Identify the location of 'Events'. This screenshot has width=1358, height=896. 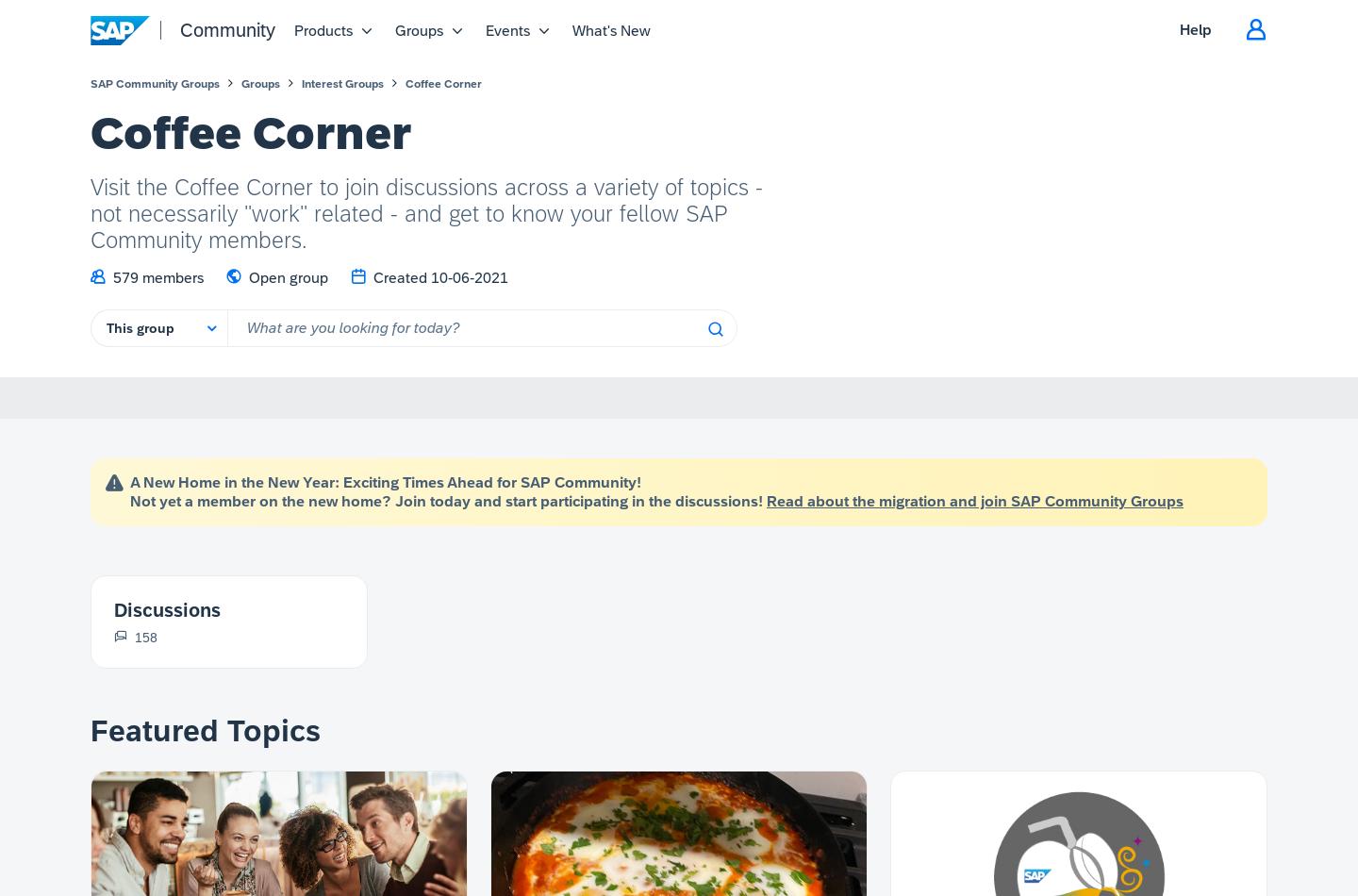
(506, 29).